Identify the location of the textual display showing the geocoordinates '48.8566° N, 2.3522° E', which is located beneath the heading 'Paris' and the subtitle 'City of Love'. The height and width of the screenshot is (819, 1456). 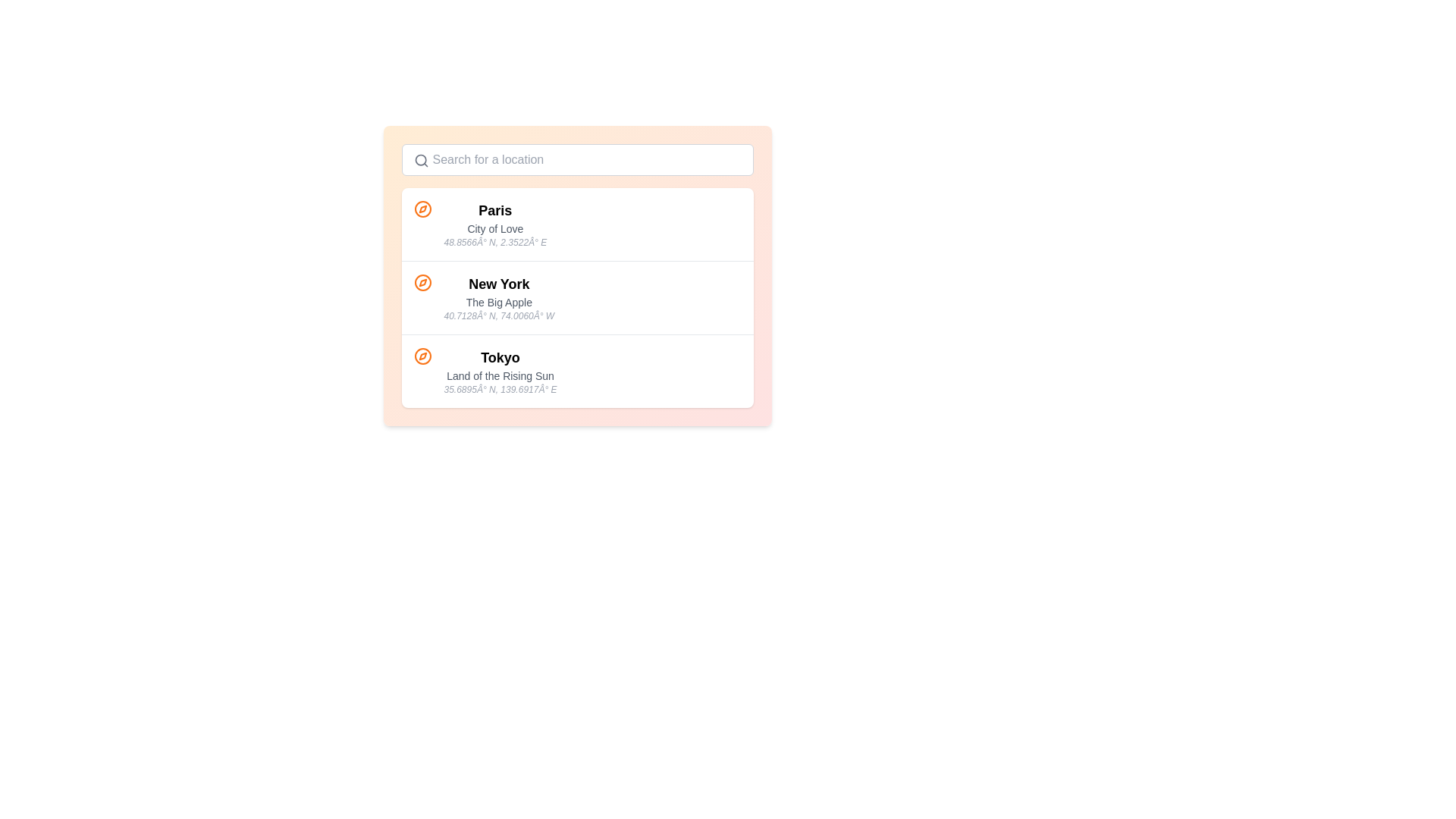
(495, 242).